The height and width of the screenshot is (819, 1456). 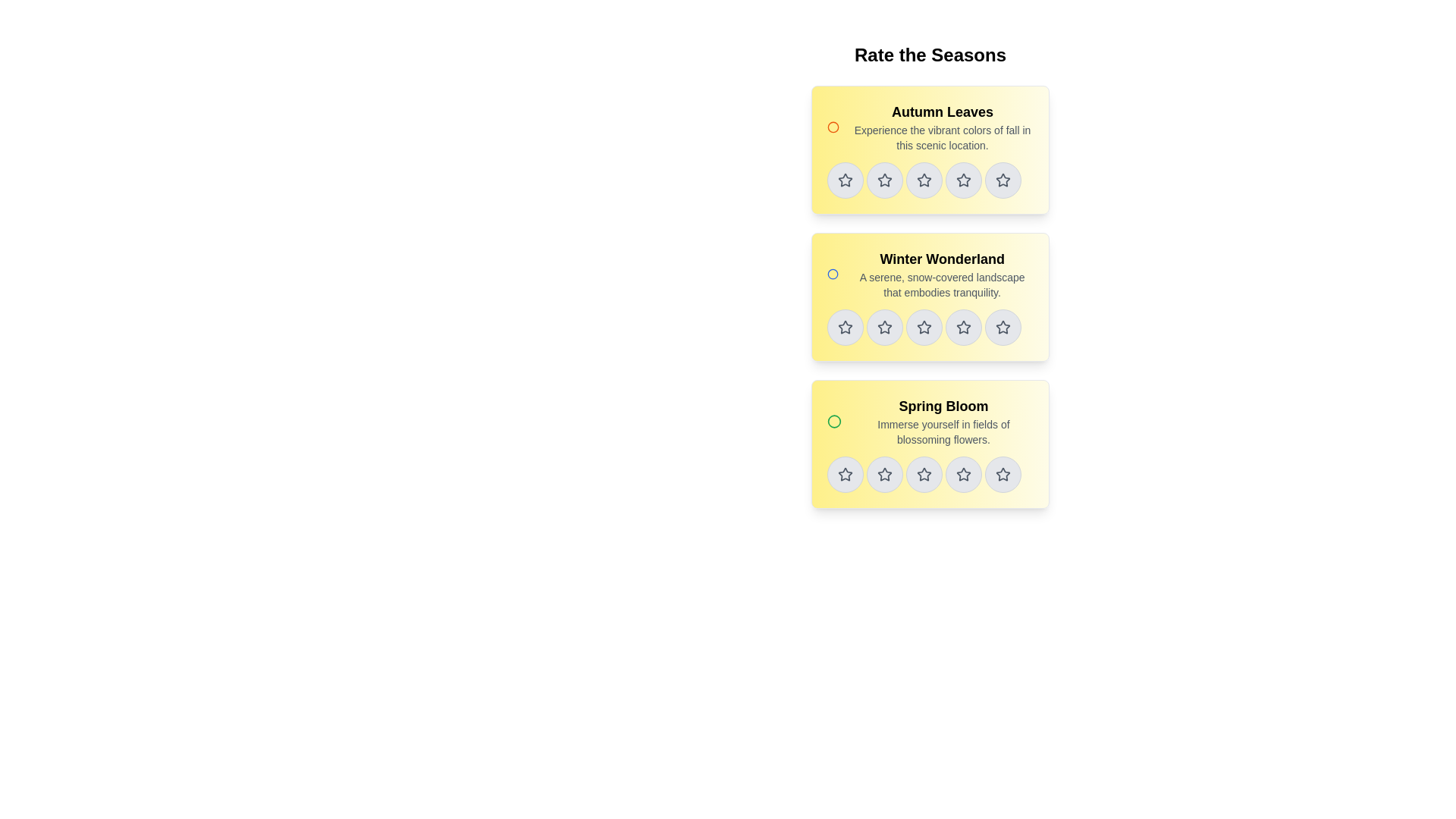 I want to click on the first rating button for the 'Winter Wonderland' category, so click(x=844, y=327).